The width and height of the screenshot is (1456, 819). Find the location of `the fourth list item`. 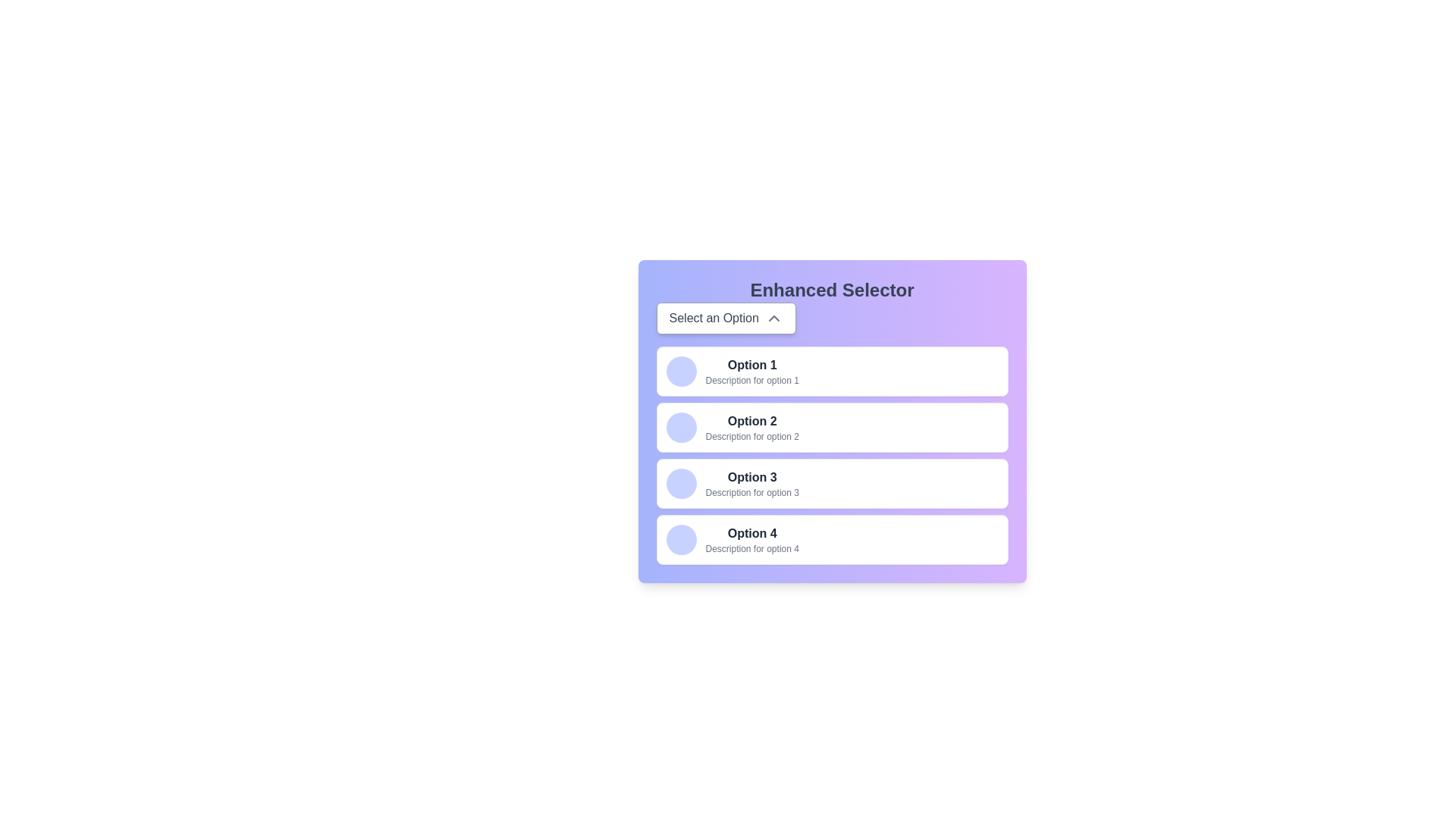

the fourth list item is located at coordinates (752, 539).